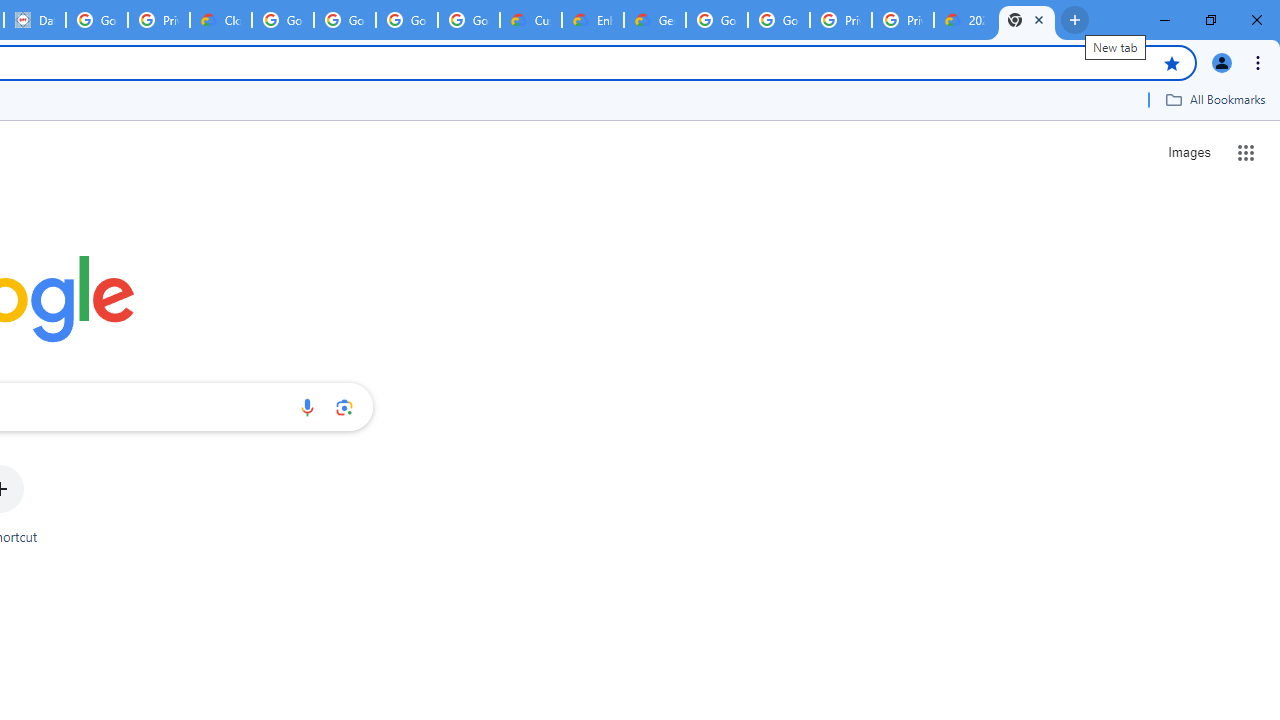 Image resolution: width=1280 pixels, height=720 pixels. I want to click on 'Enhanced Support | Google Cloud', so click(592, 20).